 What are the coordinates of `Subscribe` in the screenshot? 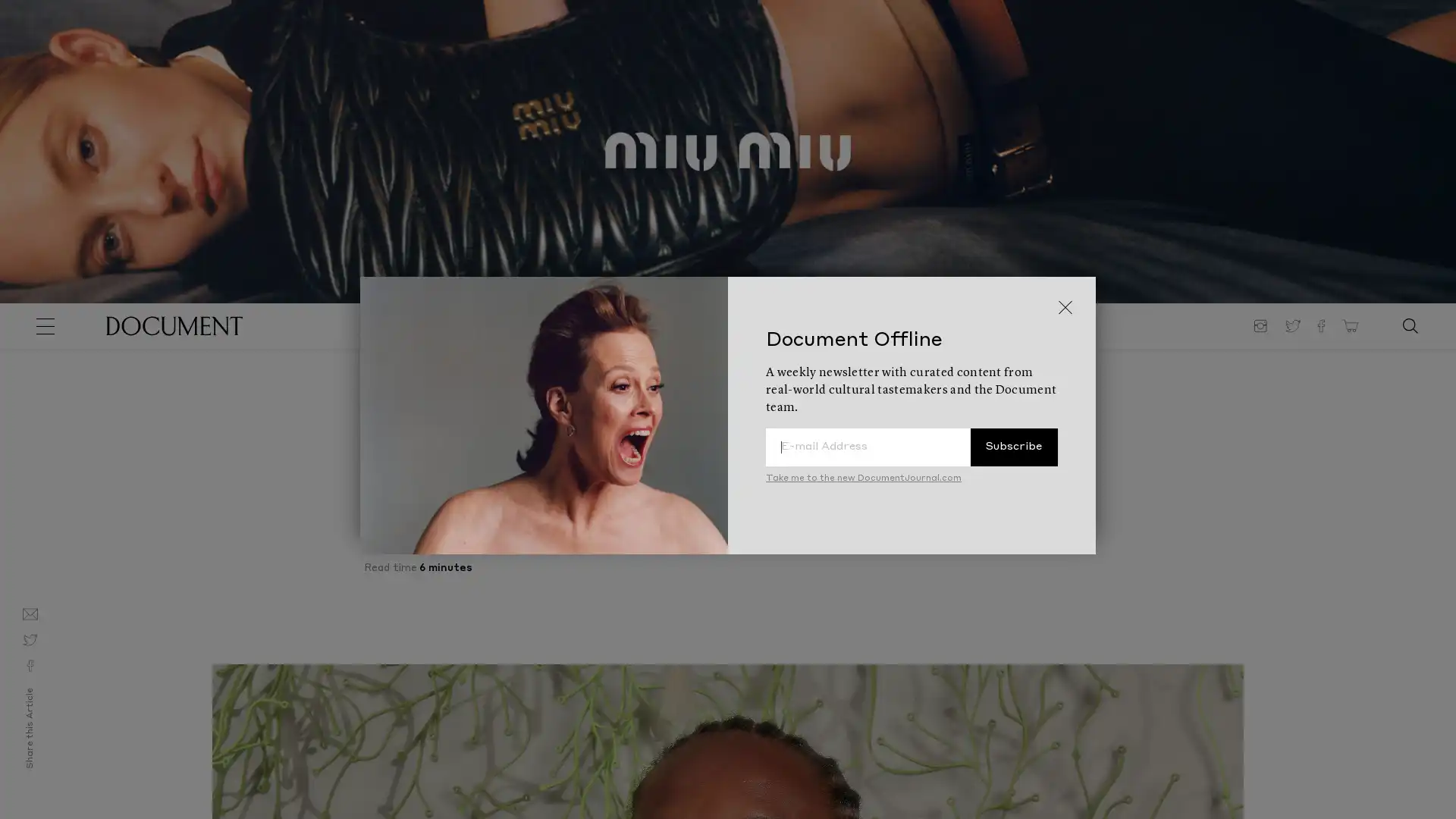 It's located at (1014, 446).